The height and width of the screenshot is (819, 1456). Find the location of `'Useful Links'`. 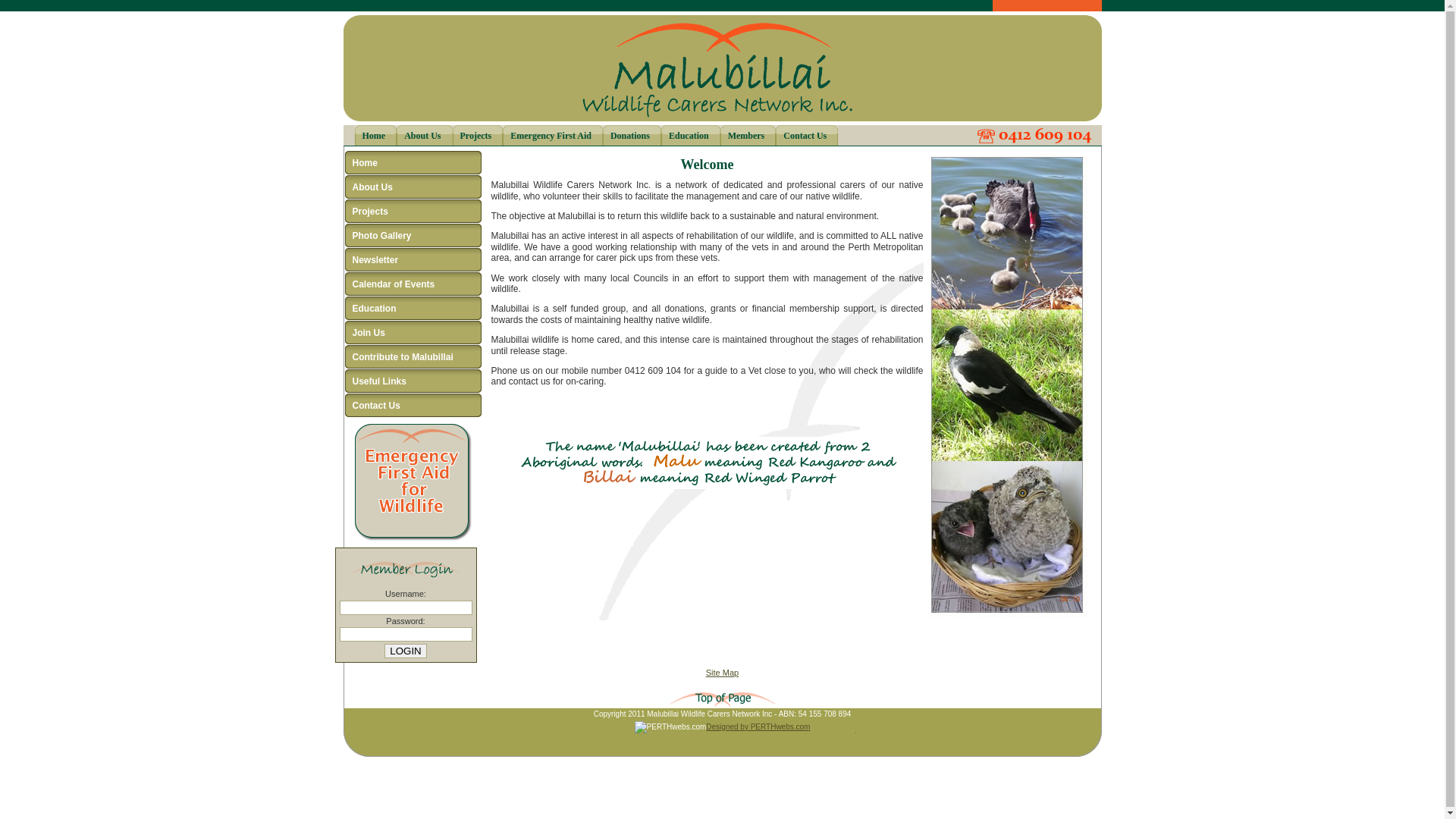

'Useful Links' is located at coordinates (412, 380).